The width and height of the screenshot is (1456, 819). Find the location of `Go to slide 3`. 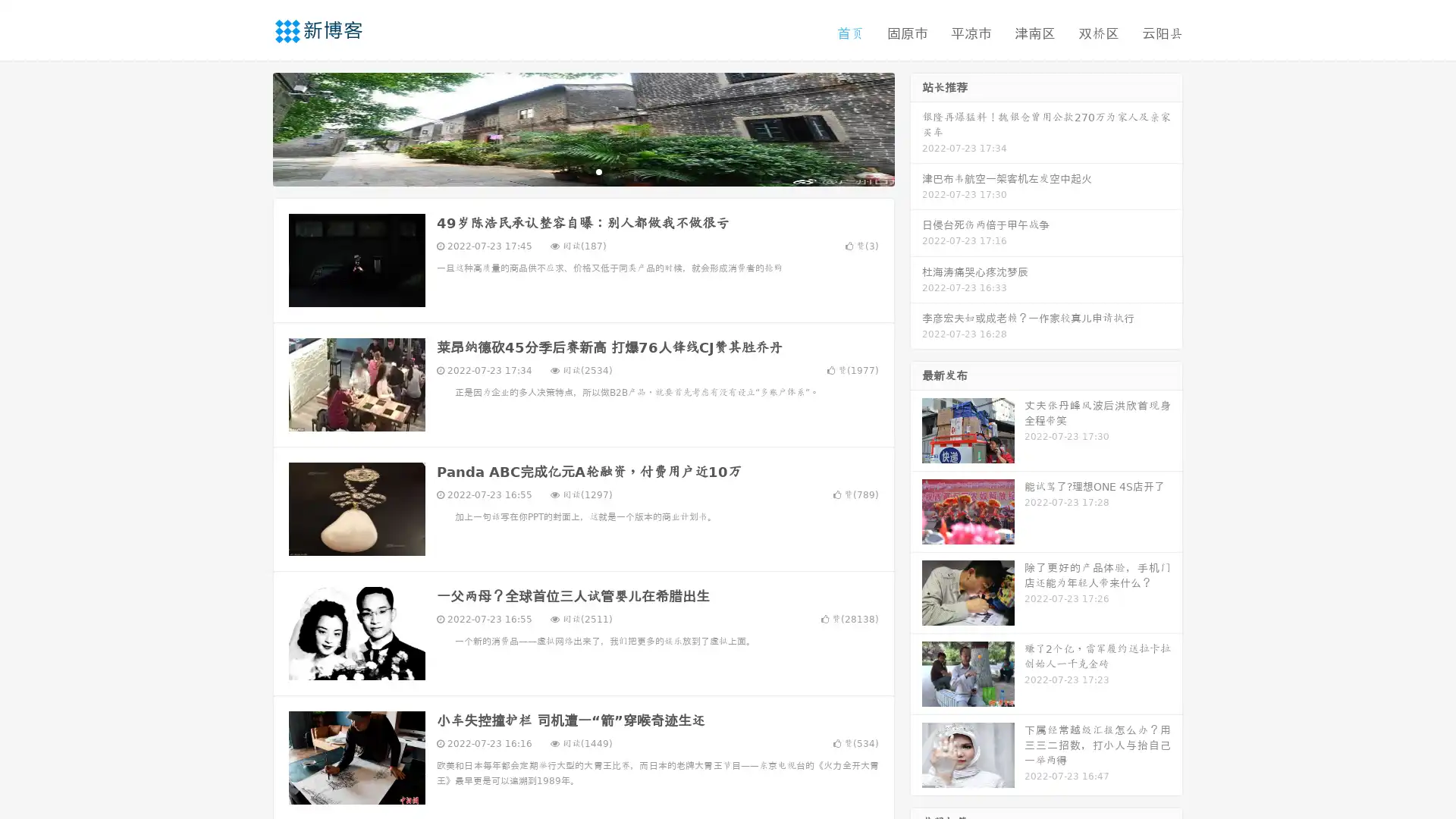

Go to slide 3 is located at coordinates (598, 171).